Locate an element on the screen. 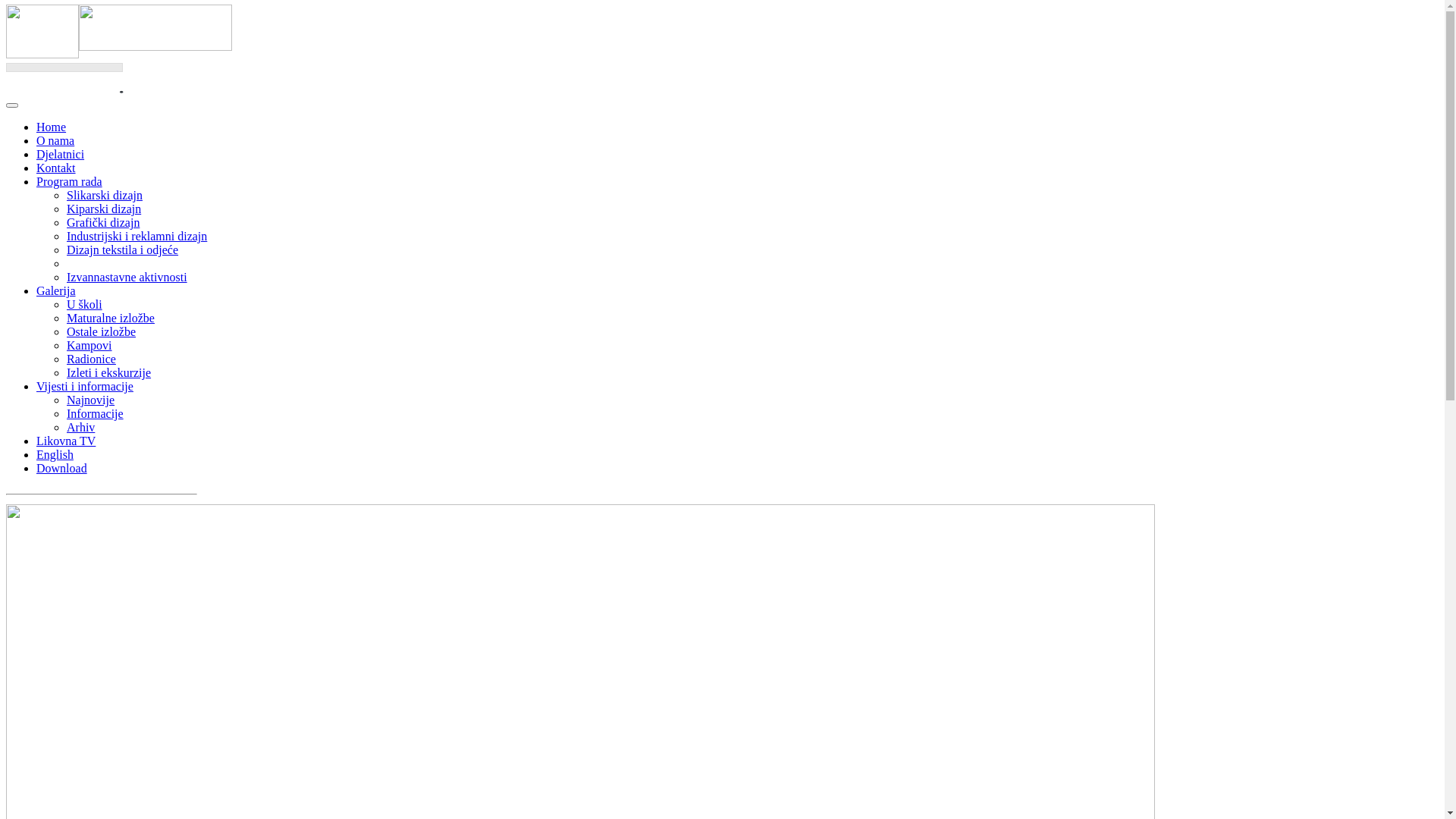 This screenshot has height=819, width=1456. 'Kiparski dizajn' is located at coordinates (103, 209).